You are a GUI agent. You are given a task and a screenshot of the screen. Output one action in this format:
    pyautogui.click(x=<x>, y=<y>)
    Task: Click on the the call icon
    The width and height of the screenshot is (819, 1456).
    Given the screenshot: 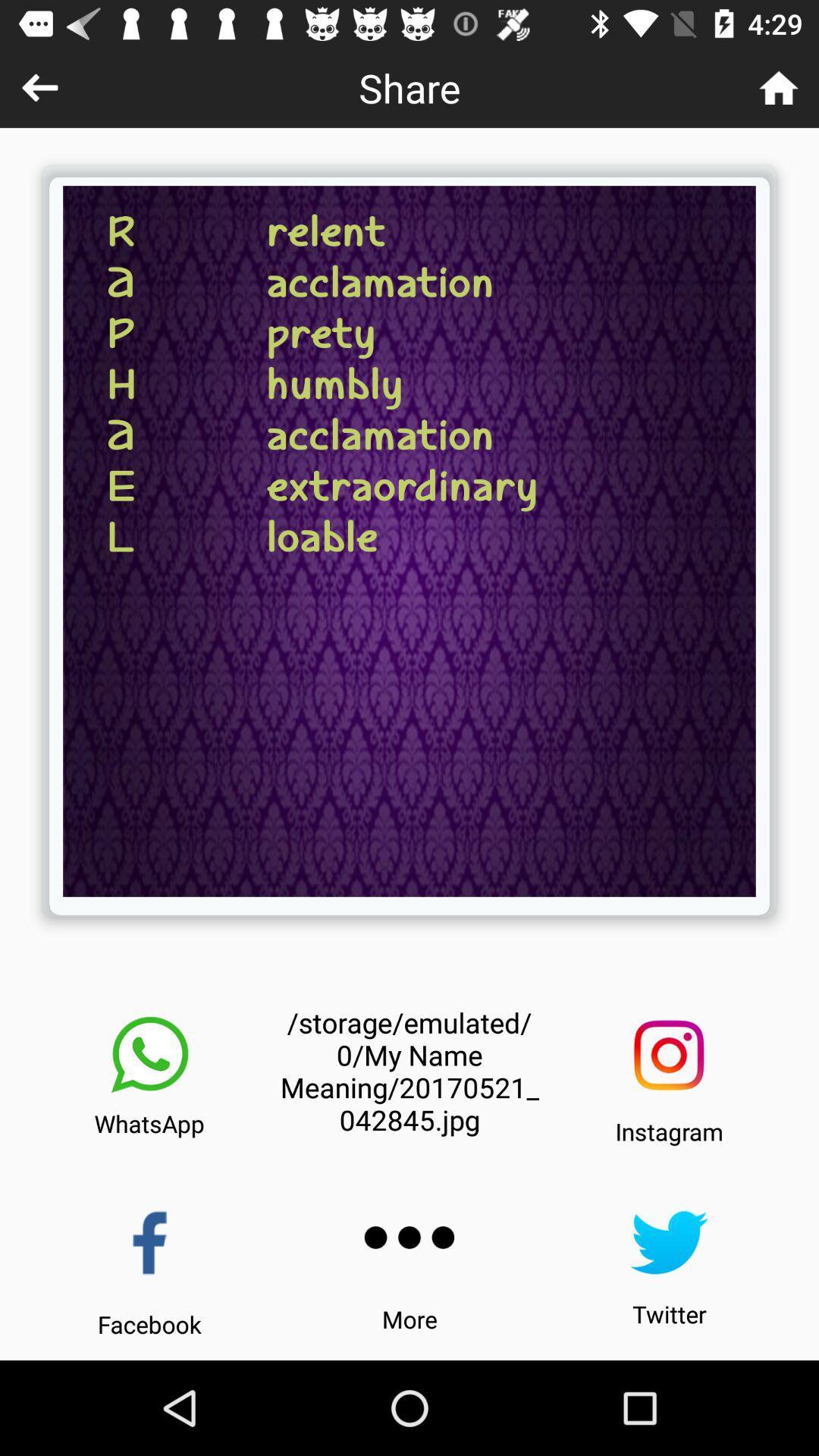 What is the action you would take?
    pyautogui.click(x=149, y=1054)
    